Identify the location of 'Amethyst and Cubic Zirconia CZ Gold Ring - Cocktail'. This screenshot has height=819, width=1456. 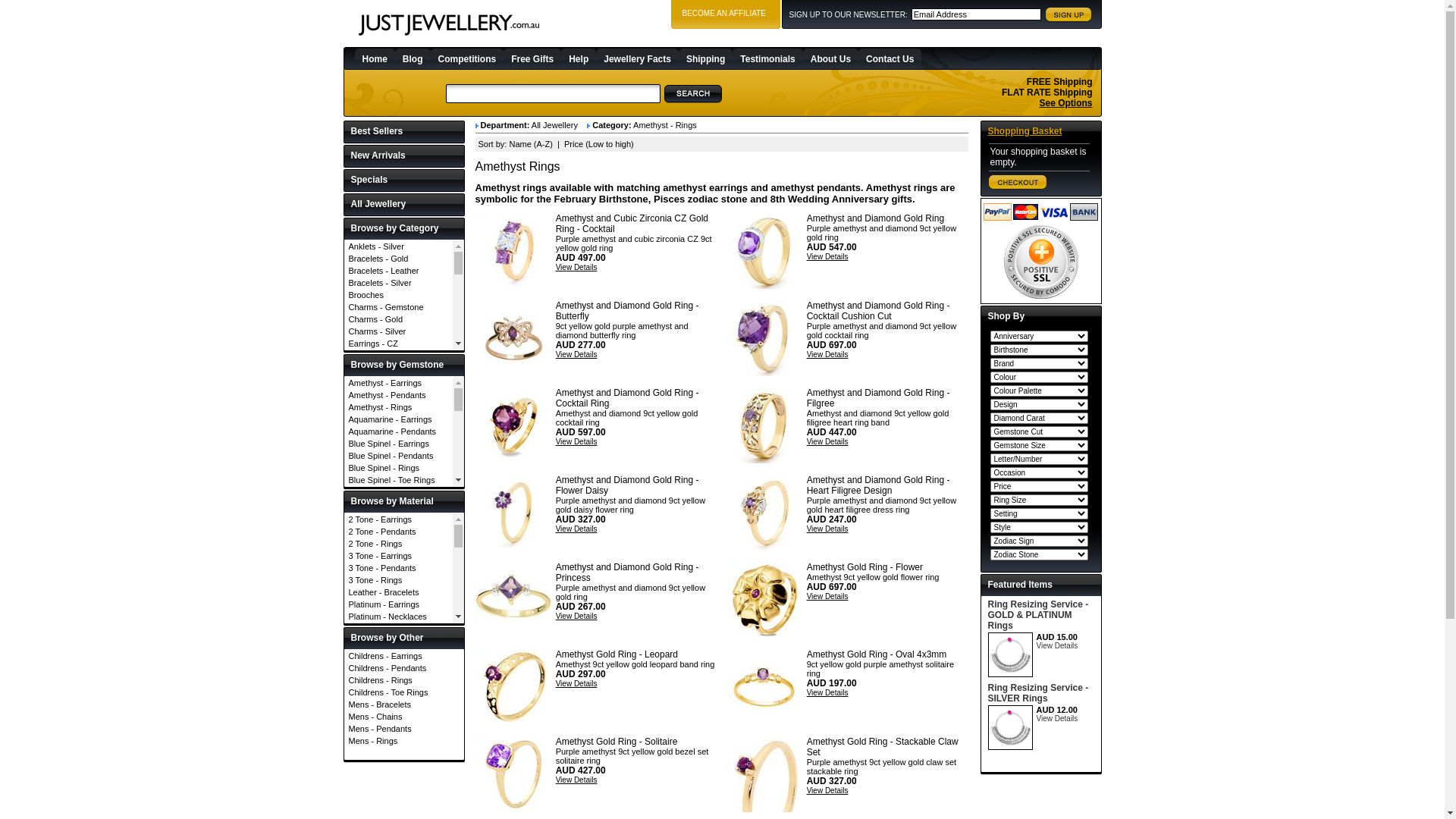
(513, 250).